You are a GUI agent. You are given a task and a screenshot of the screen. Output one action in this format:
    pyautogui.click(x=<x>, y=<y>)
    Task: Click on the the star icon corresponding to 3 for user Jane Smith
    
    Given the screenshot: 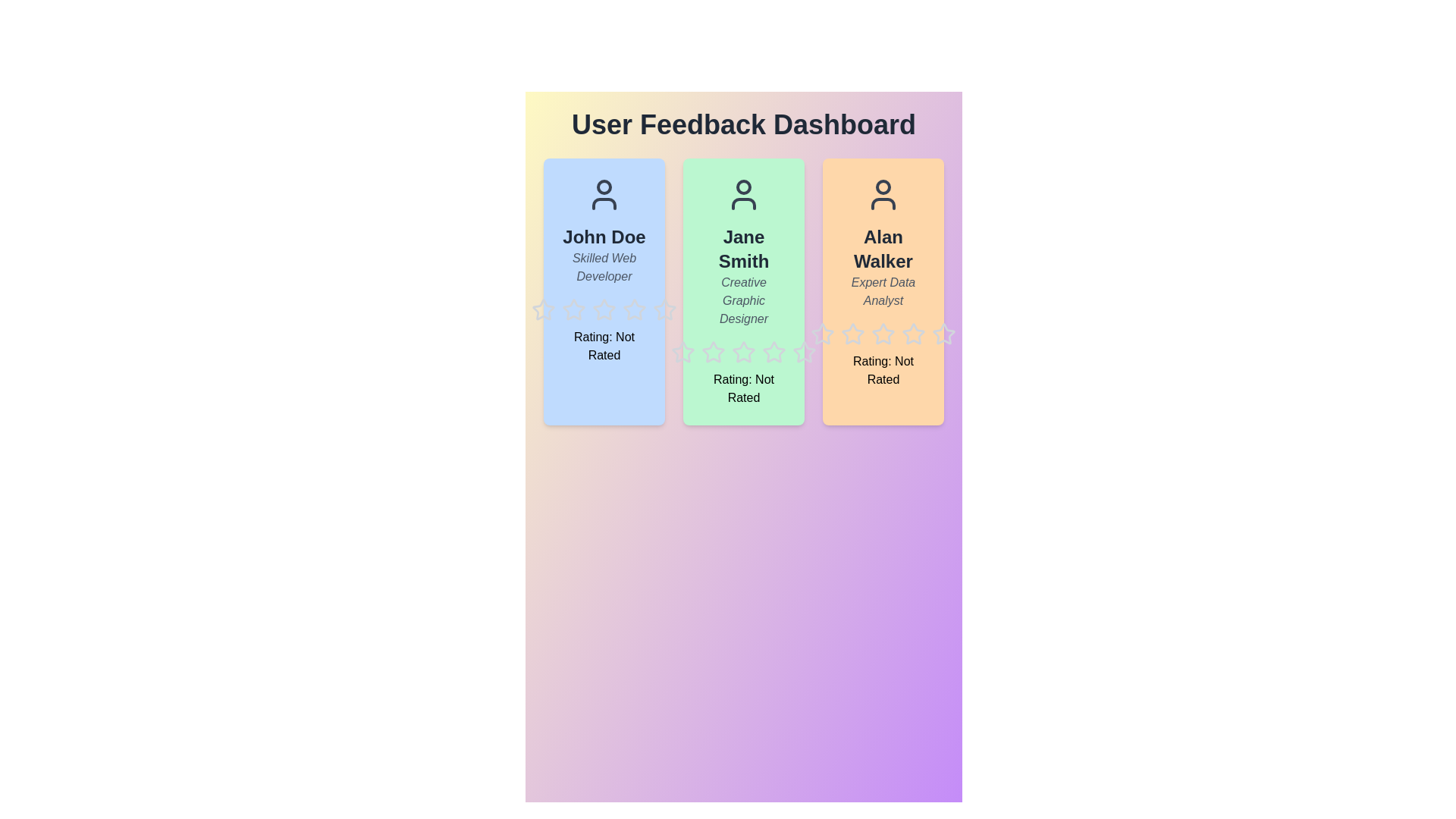 What is the action you would take?
    pyautogui.click(x=731, y=339)
    